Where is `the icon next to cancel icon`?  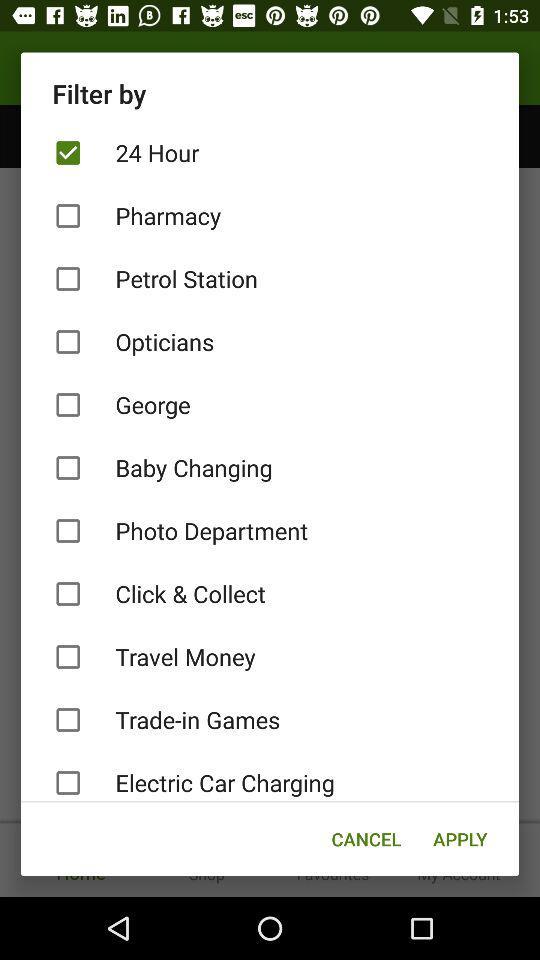 the icon next to cancel icon is located at coordinates (460, 839).